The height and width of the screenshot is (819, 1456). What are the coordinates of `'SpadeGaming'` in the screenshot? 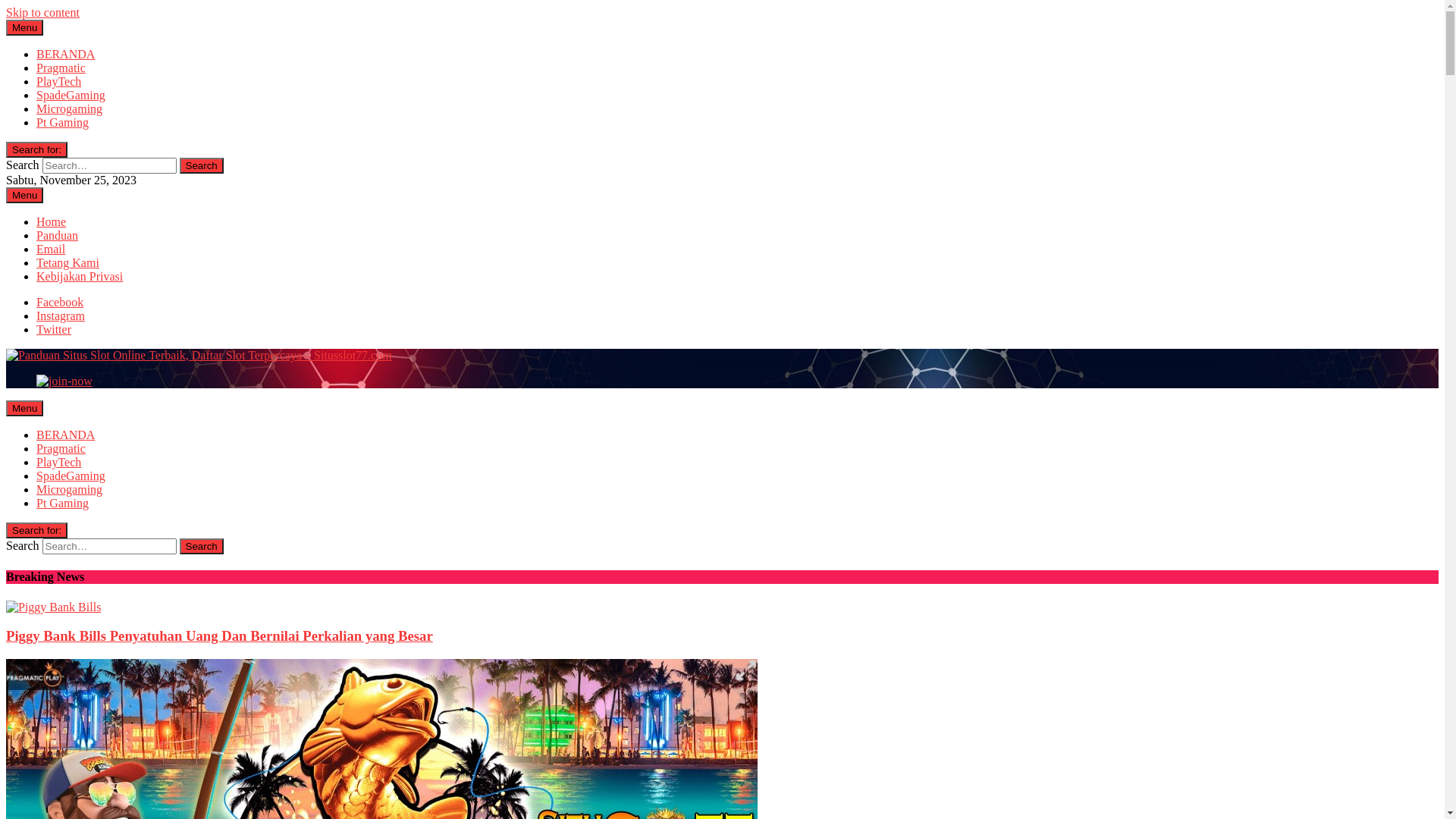 It's located at (70, 475).